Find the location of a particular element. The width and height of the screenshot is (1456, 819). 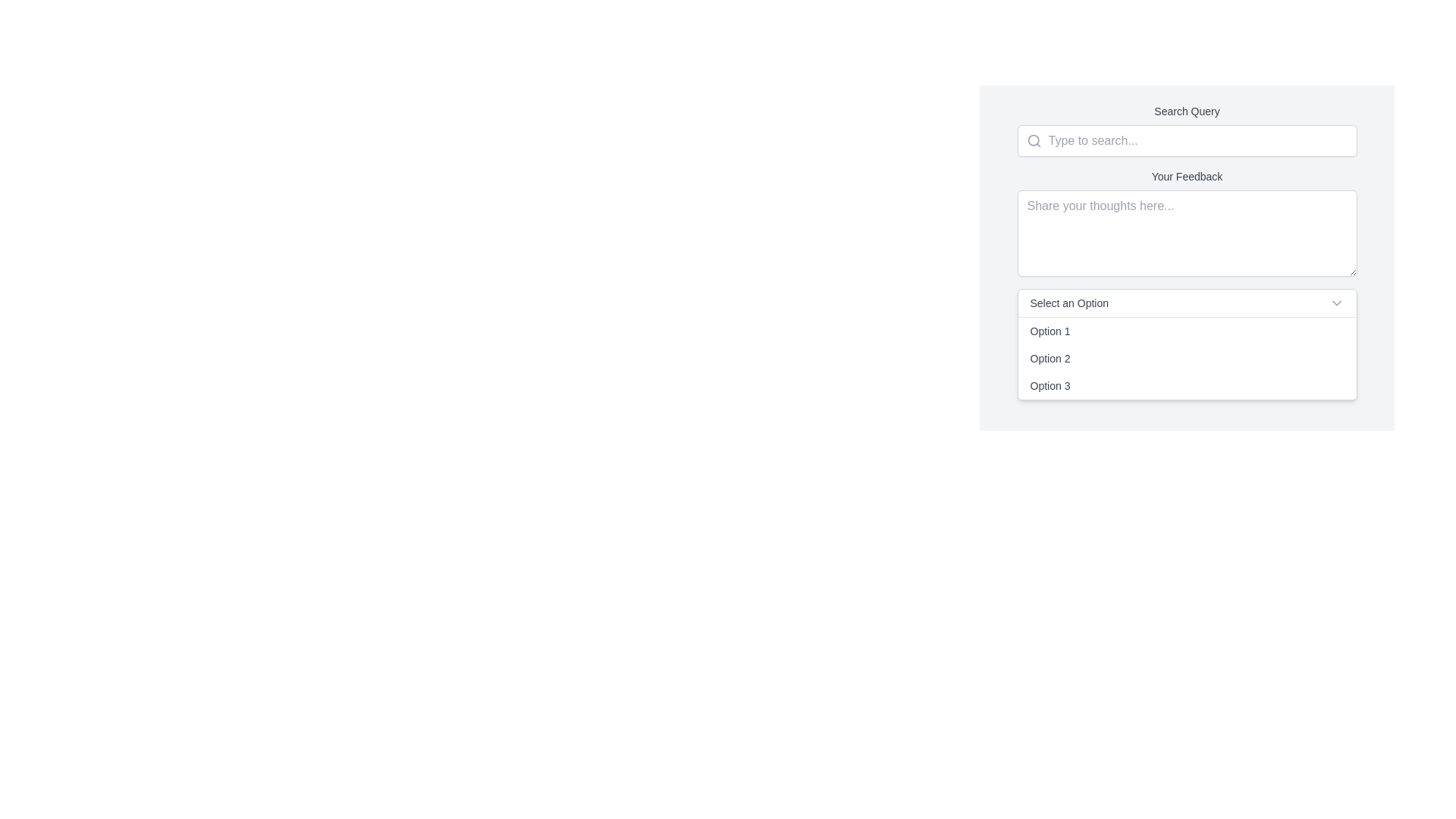

to select 'Option 3' from the dropdown menu, which is the third item in a vertical list of options is located at coordinates (1186, 385).